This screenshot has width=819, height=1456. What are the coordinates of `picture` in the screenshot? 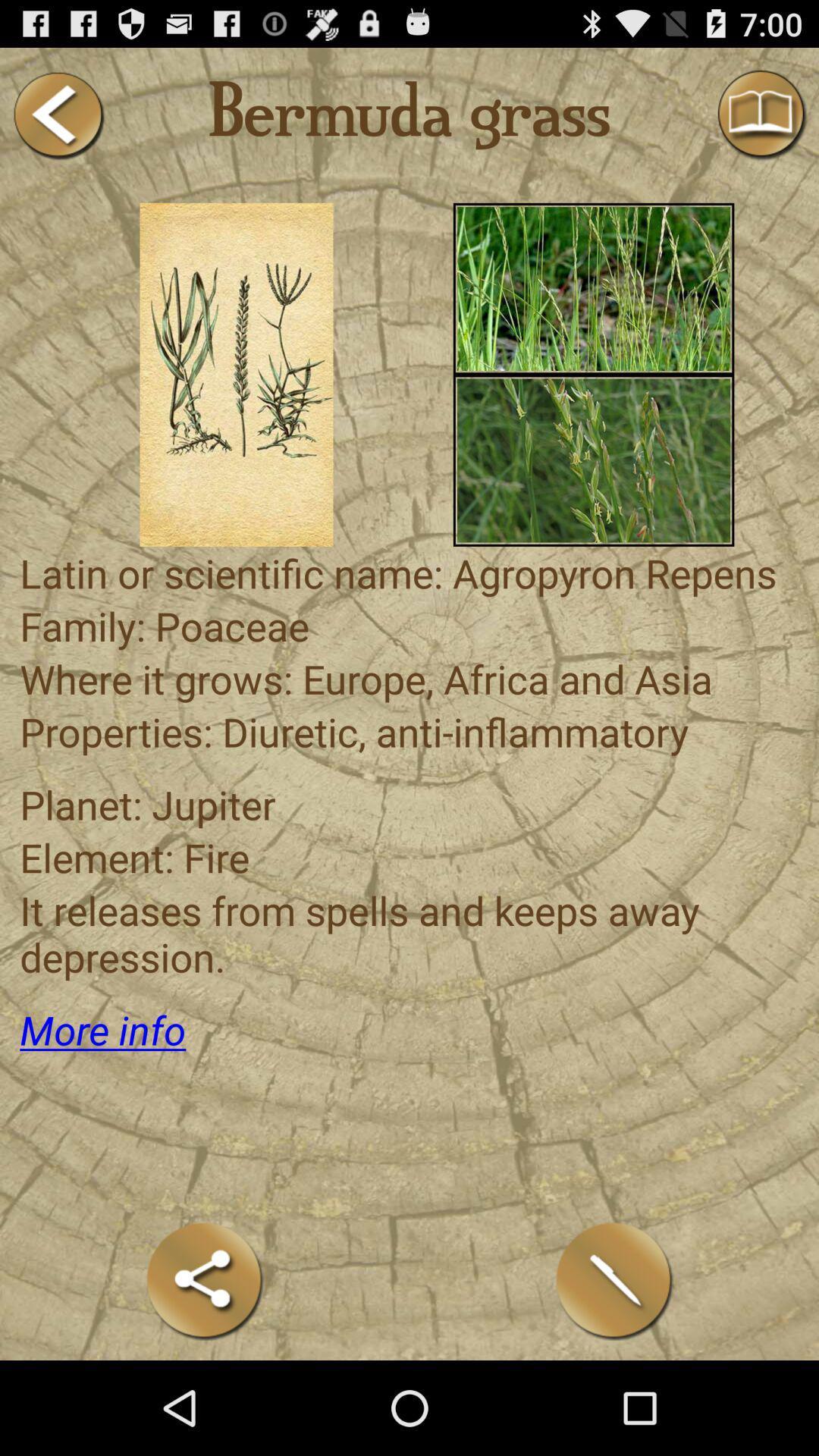 It's located at (593, 288).